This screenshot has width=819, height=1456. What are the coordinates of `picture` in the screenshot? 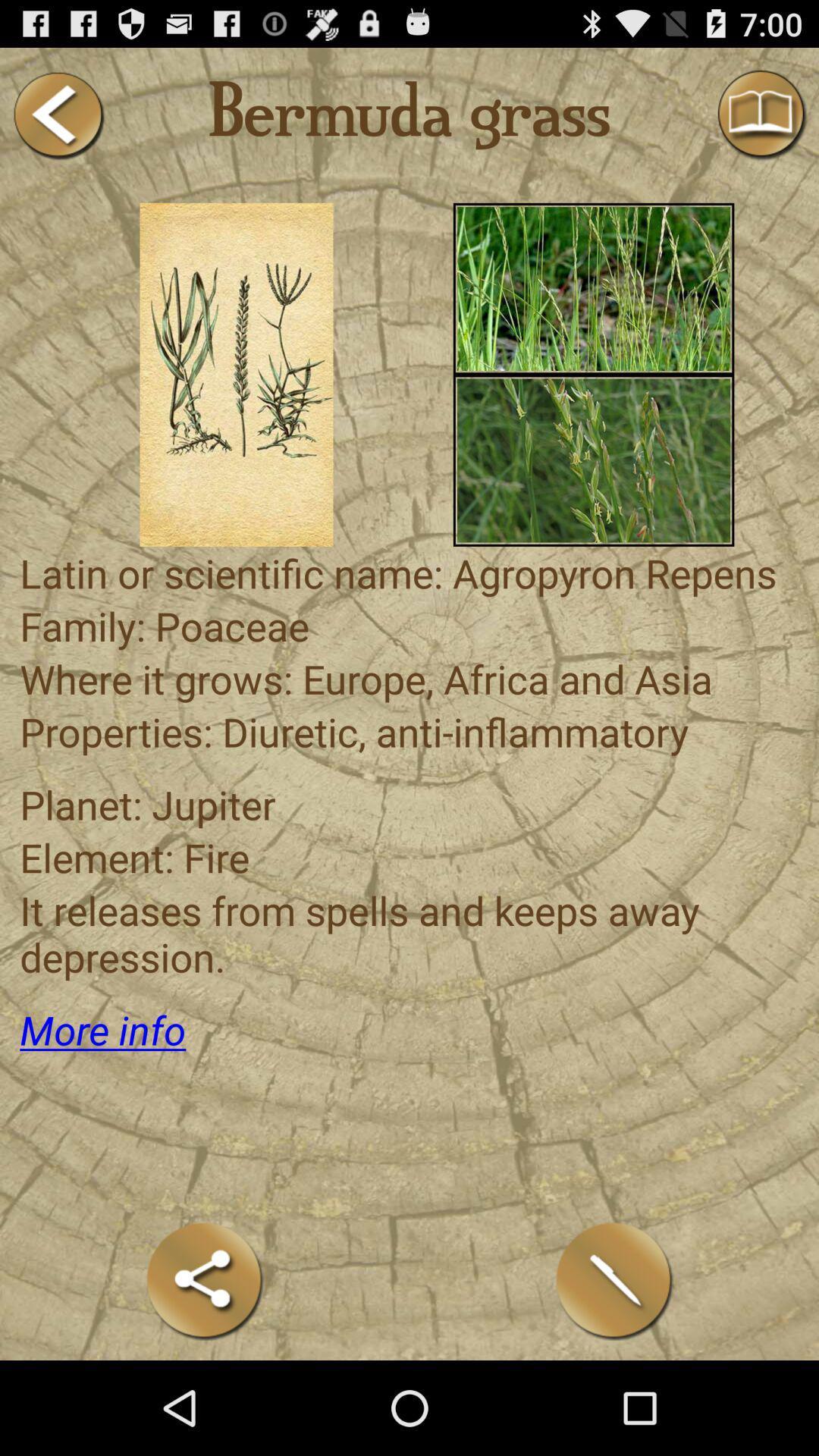 It's located at (593, 288).